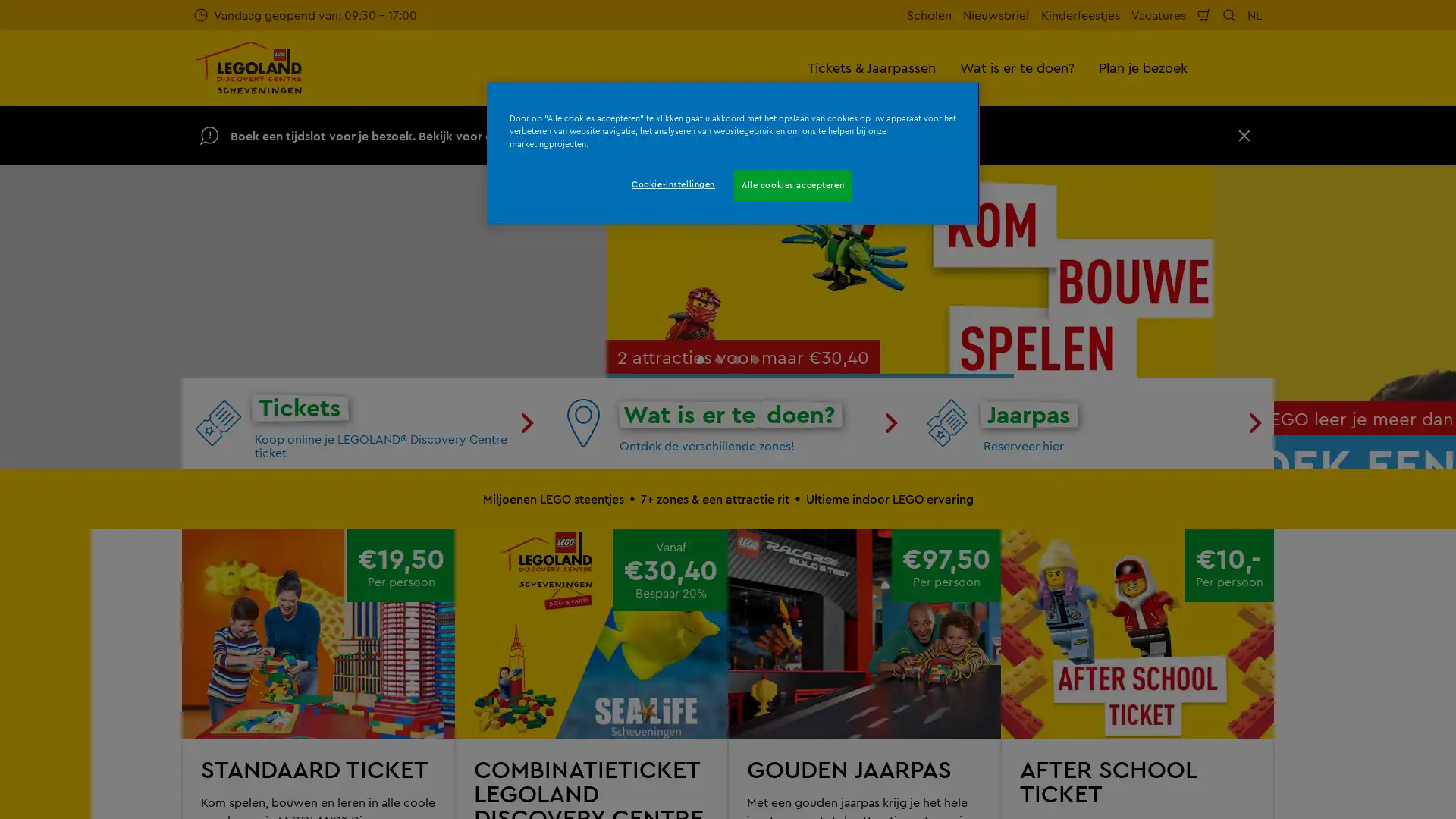 The image size is (1456, 819). I want to click on Alle cookies accepteren, so click(792, 185).